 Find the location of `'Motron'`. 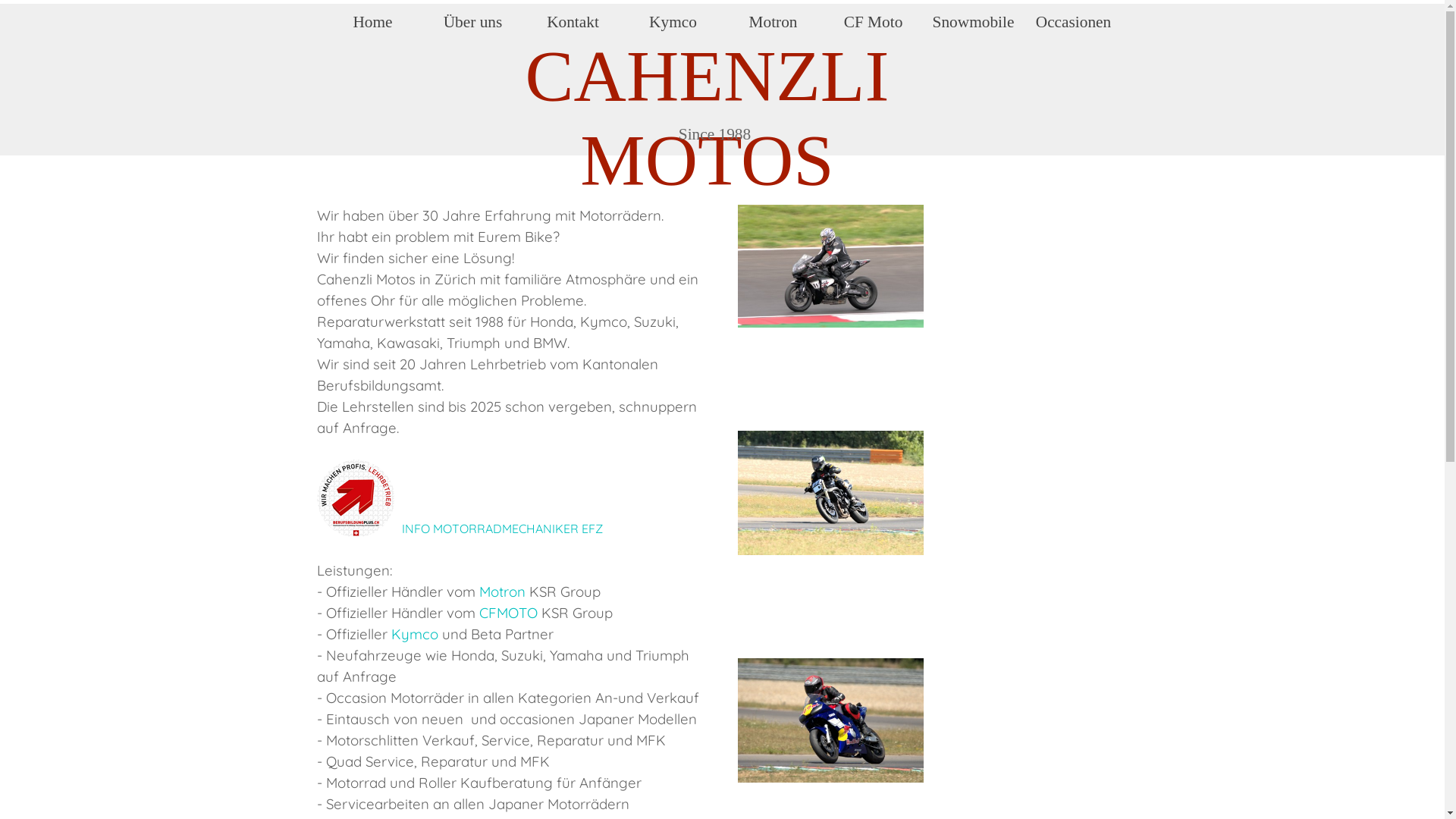

'Motron' is located at coordinates (728, 22).